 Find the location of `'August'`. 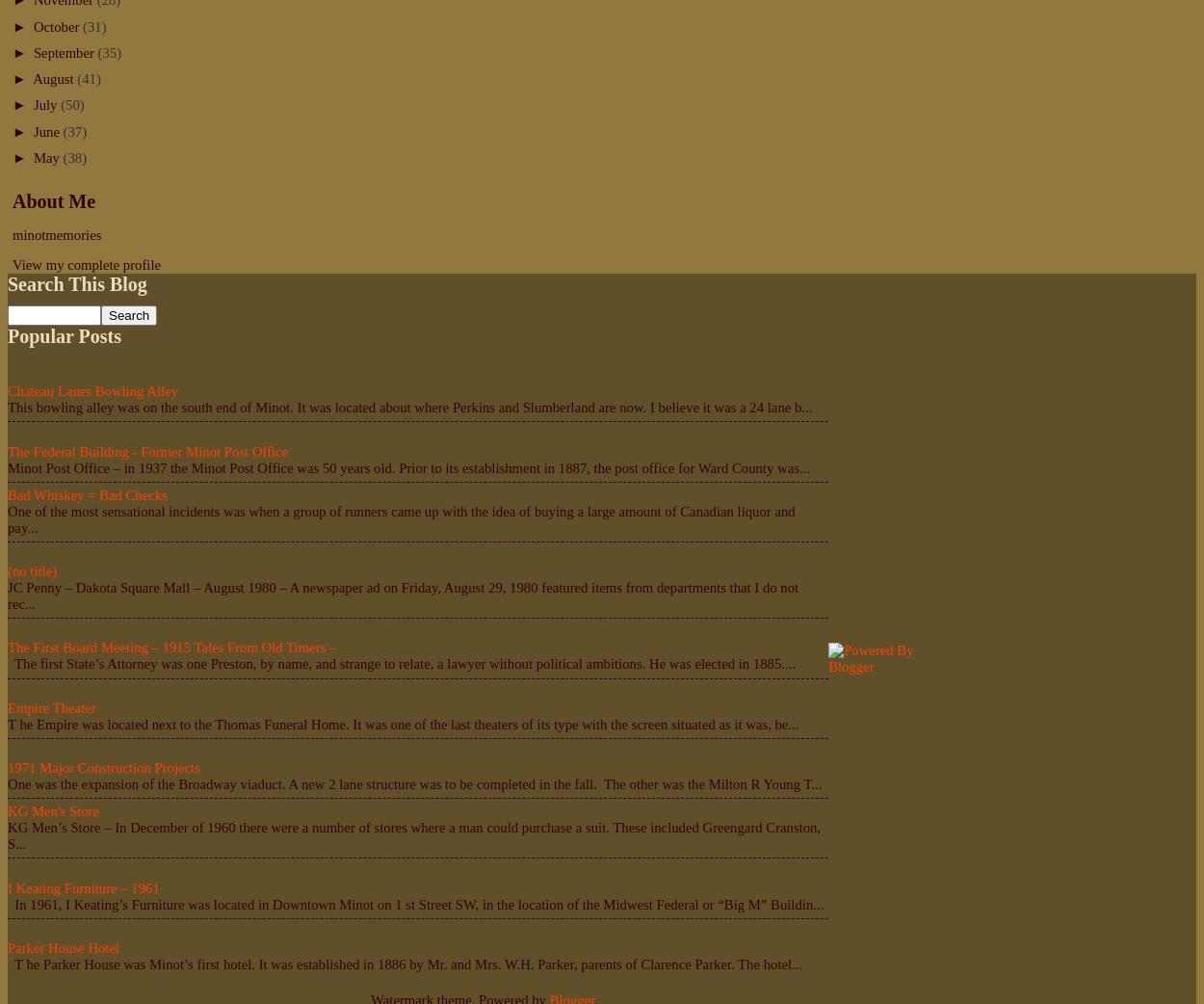

'August' is located at coordinates (33, 78).